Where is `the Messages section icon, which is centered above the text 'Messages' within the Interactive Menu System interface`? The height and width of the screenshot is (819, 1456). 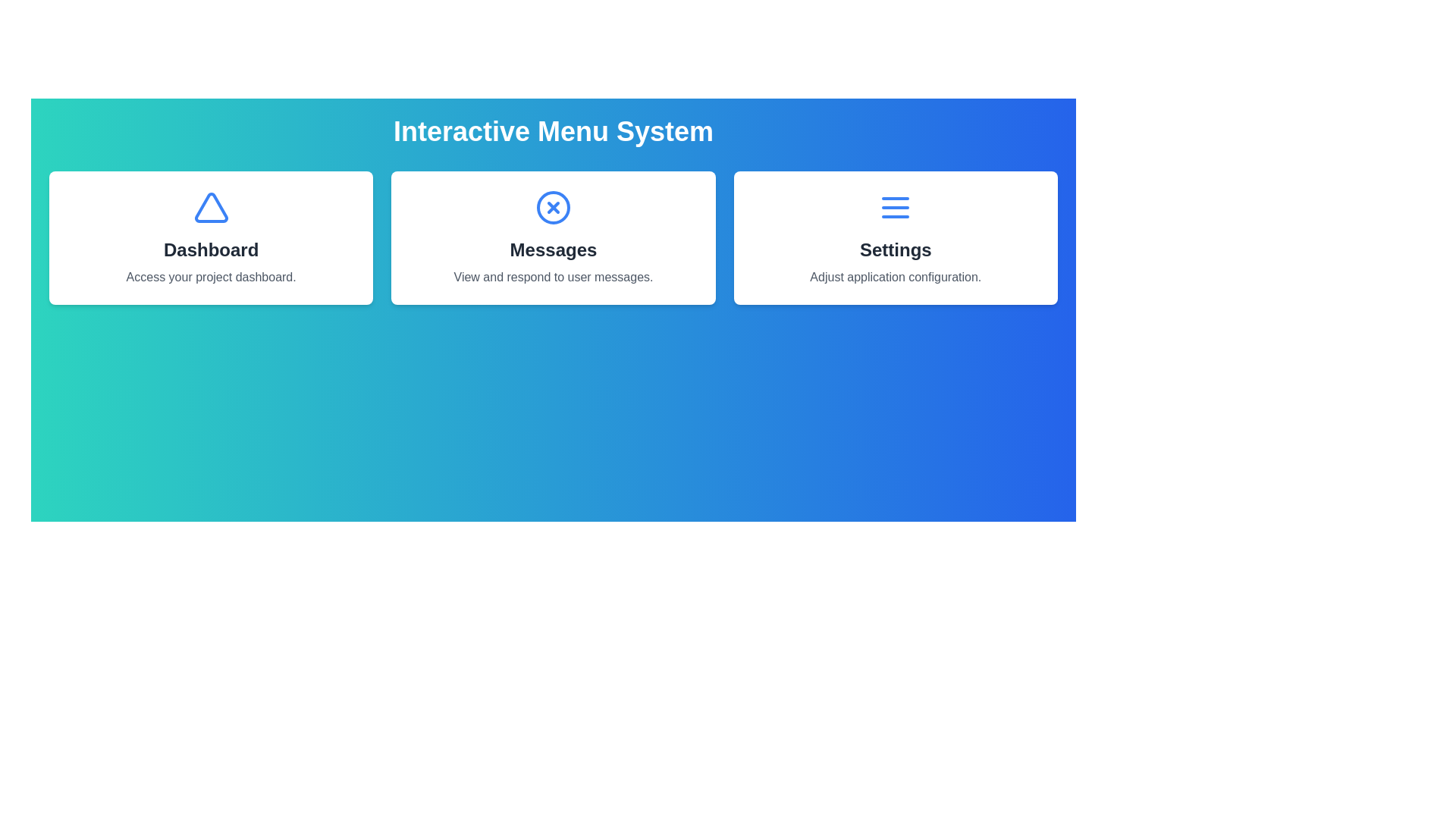
the Messages section icon, which is centered above the text 'Messages' within the Interactive Menu System interface is located at coordinates (552, 207).